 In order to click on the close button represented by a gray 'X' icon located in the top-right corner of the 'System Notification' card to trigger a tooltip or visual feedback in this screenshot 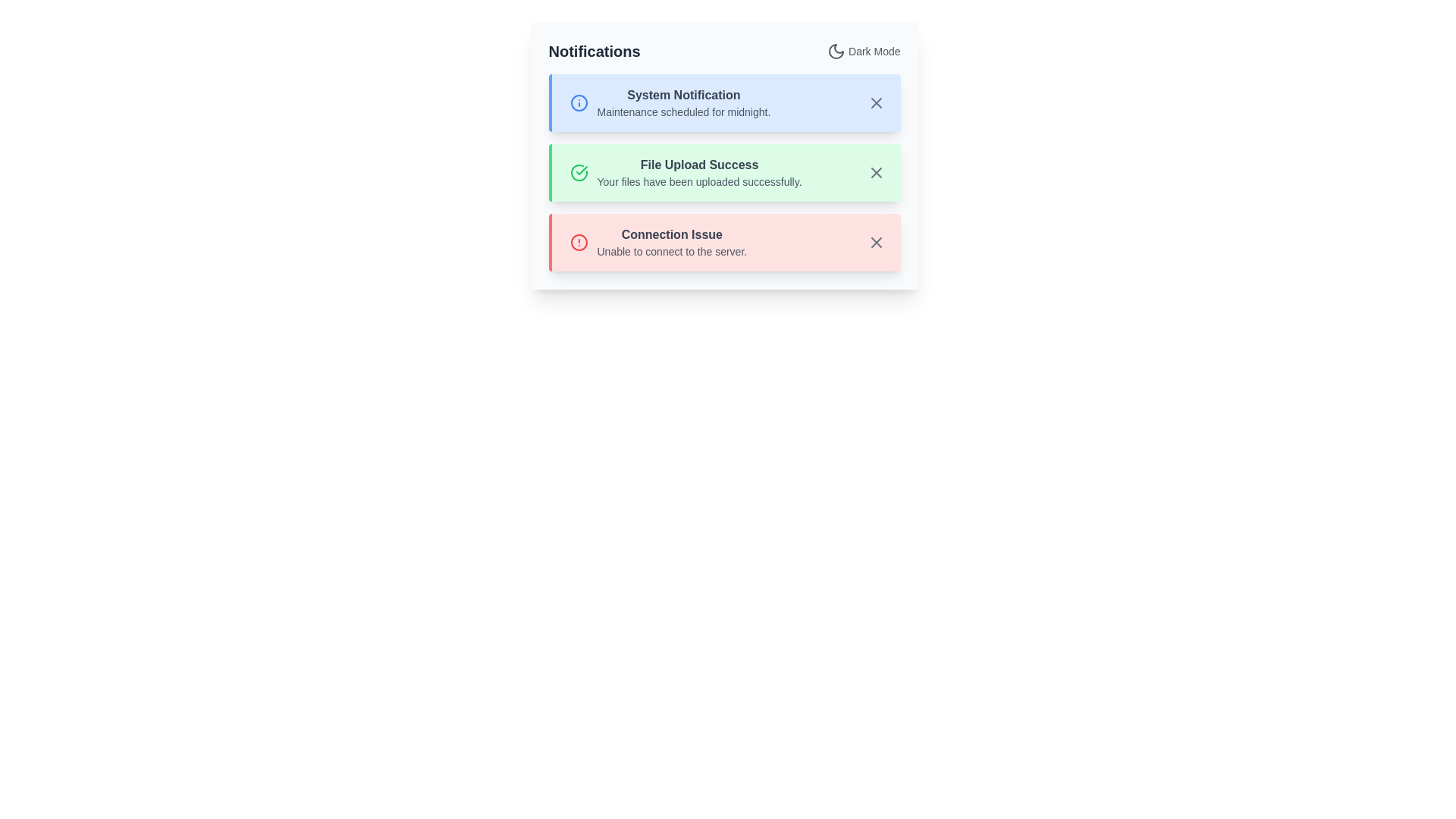, I will do `click(876, 102)`.